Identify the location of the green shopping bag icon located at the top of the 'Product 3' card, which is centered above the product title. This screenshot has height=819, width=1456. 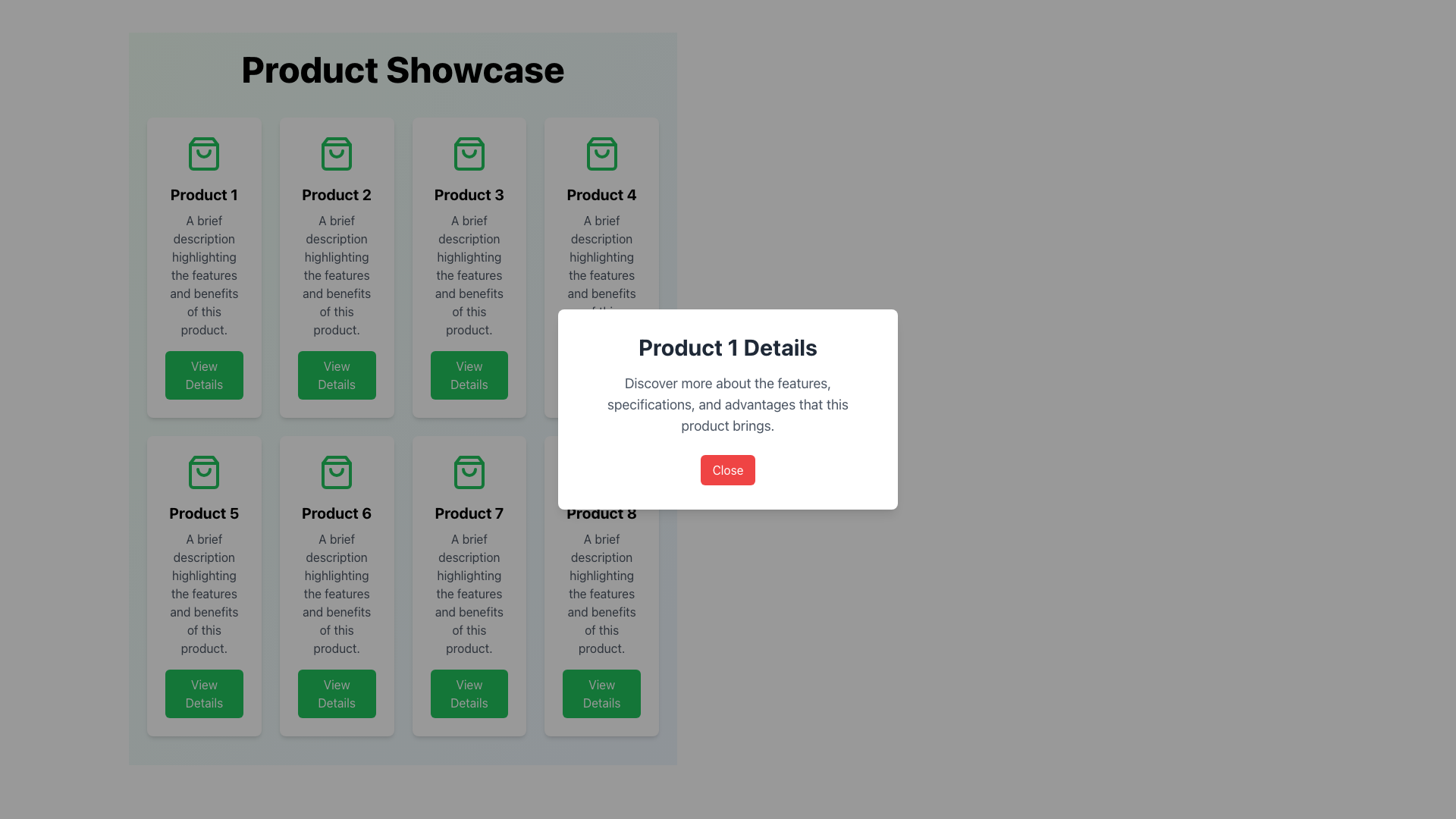
(468, 154).